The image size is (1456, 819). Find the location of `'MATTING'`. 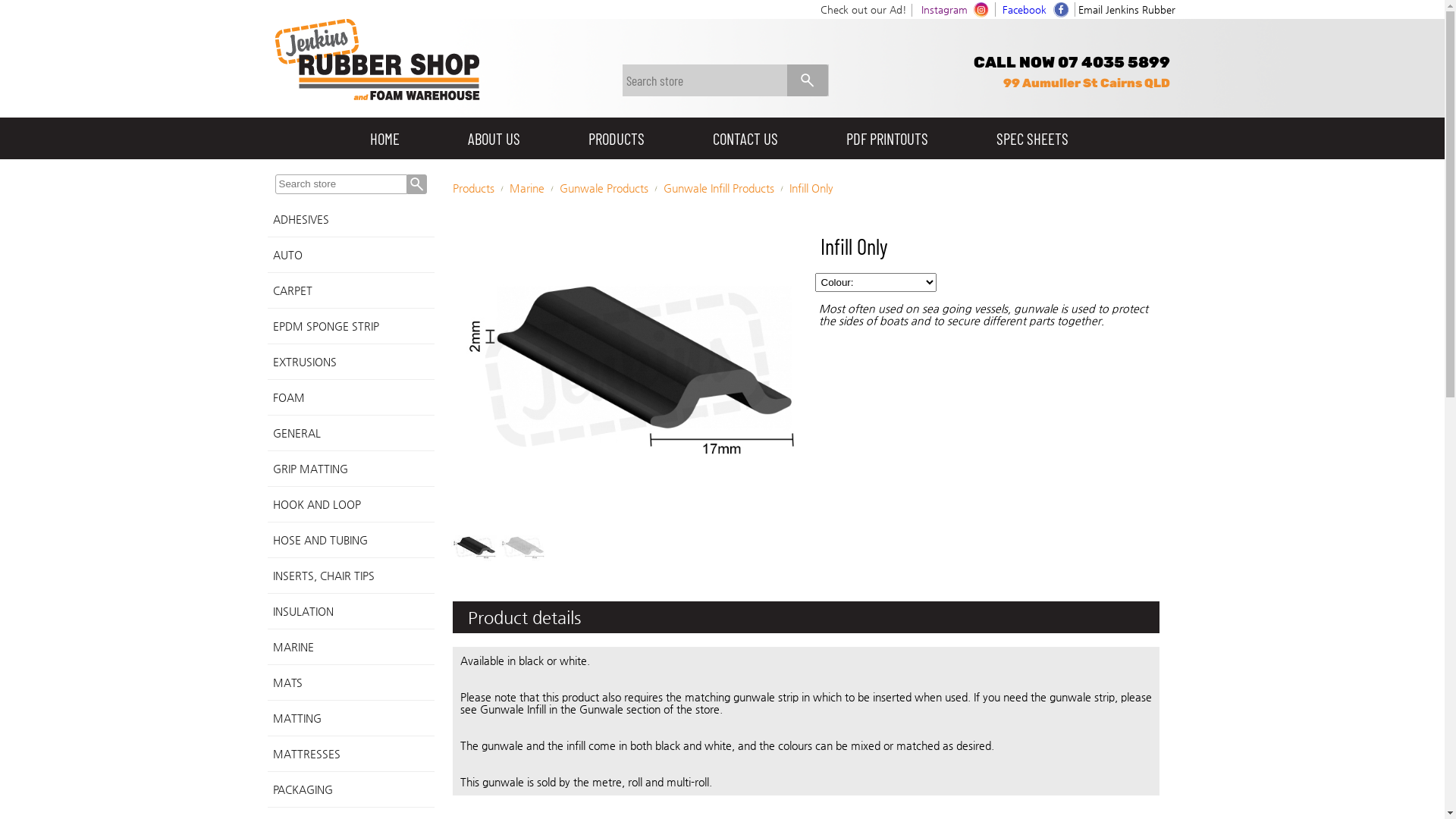

'MATTING' is located at coordinates (349, 717).